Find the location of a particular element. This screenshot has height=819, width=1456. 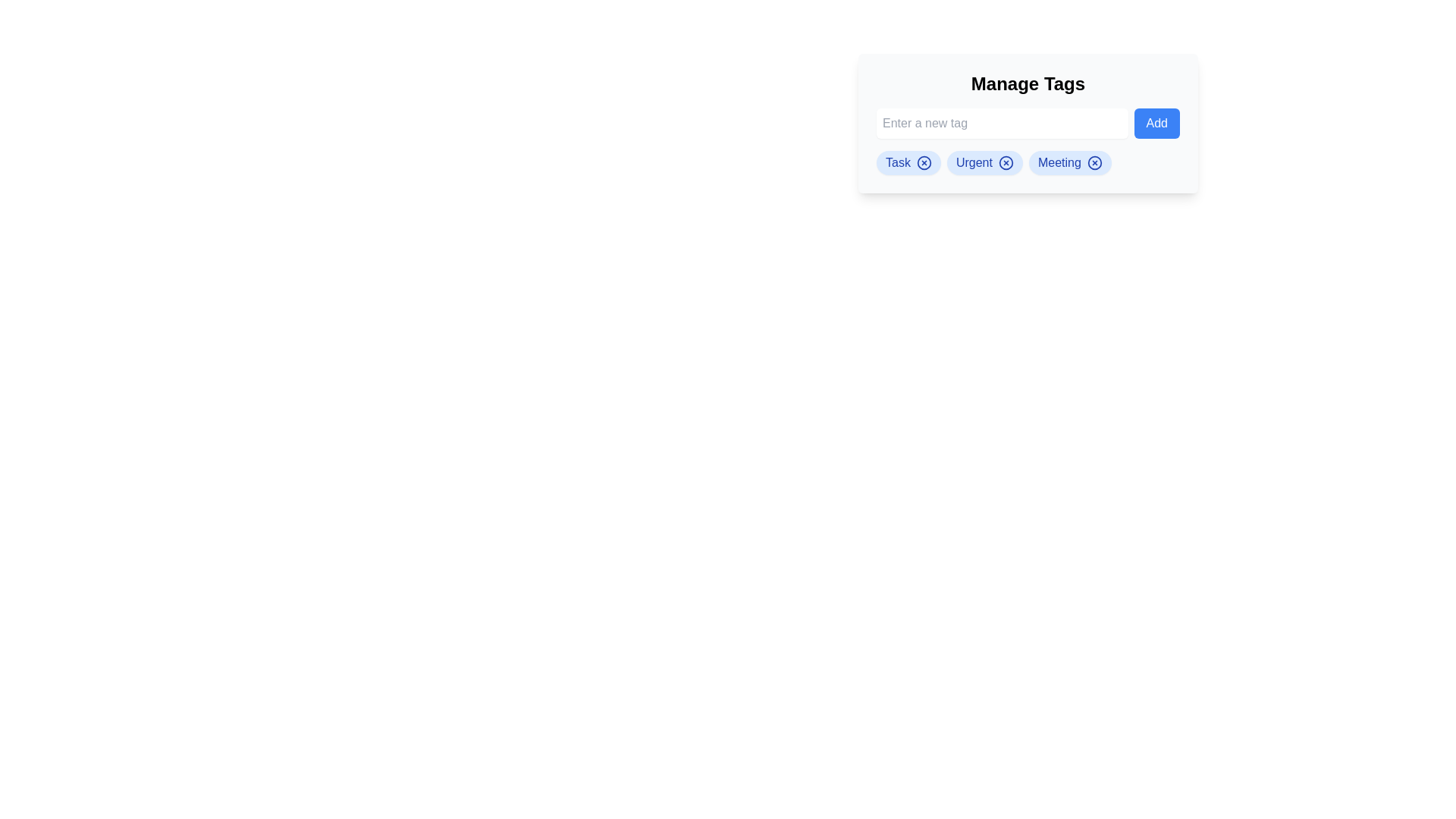

the 'Meeting' text label, which is styled with blue text on a light-blue rounded background is located at coordinates (1059, 163).